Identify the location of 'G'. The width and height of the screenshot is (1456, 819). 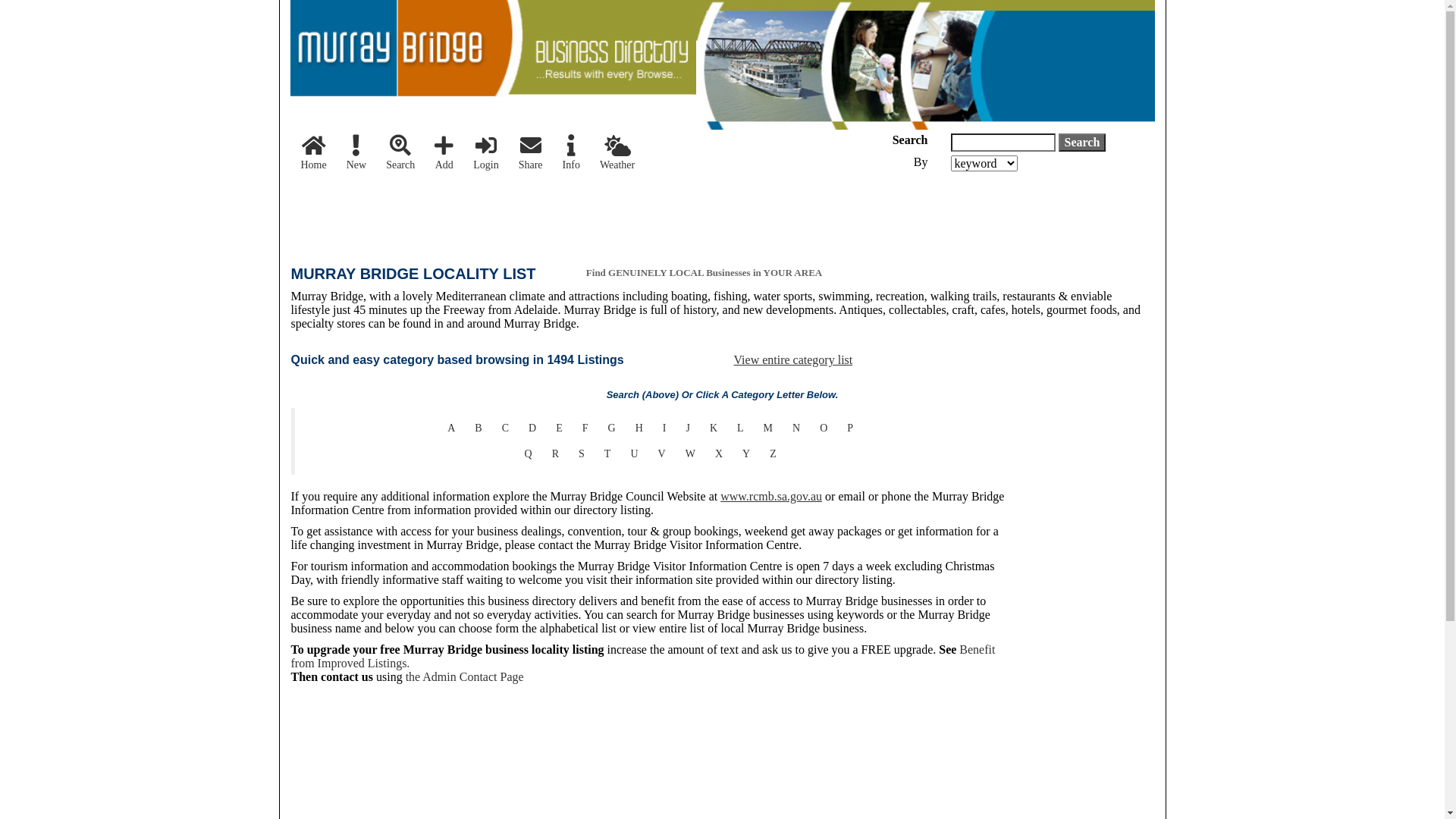
(611, 428).